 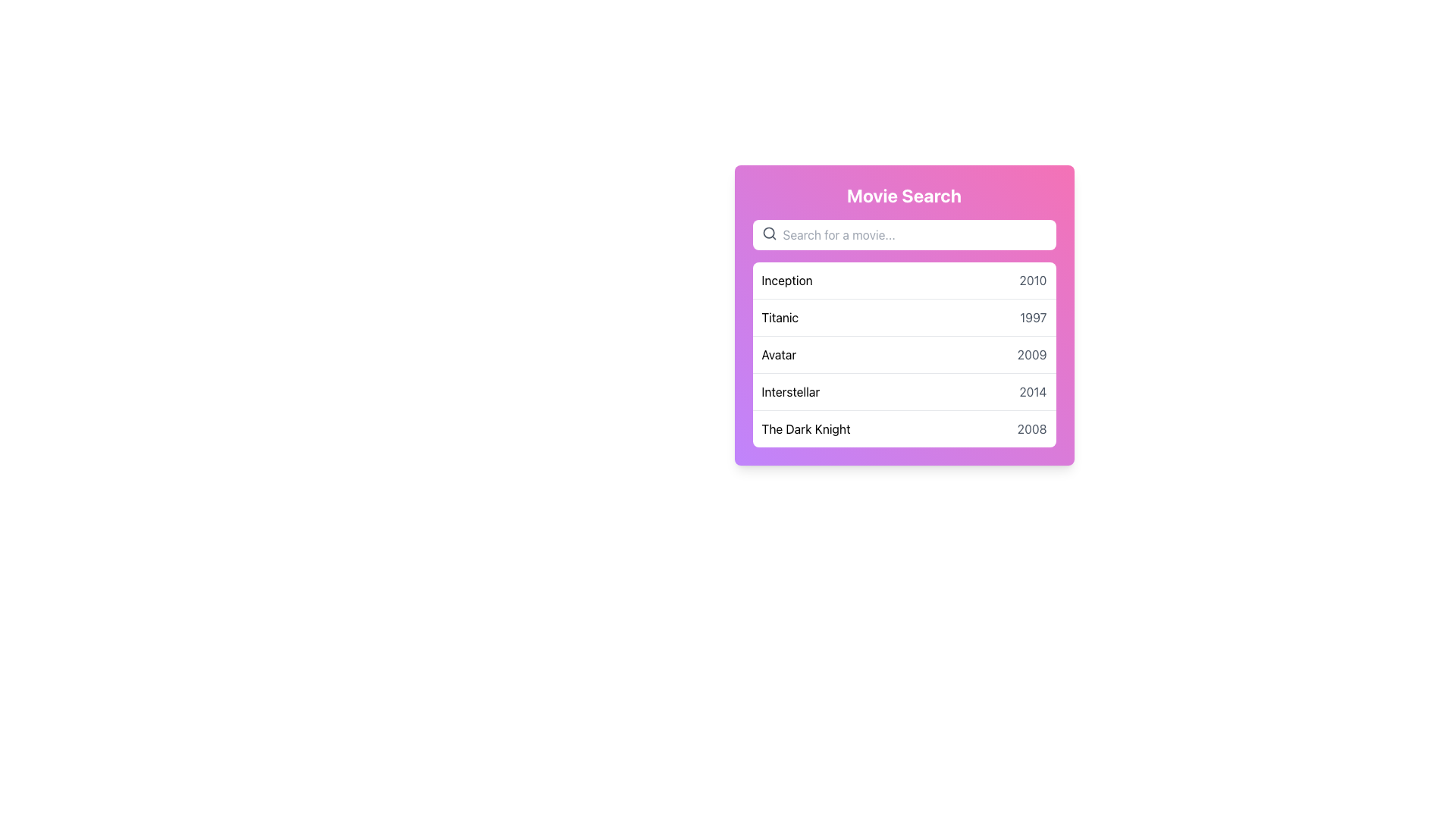 What do you see at coordinates (1032, 391) in the screenshot?
I see `the numeric text label '2014' styled in gray color, which is located to the right of the list item labeled 'Interstellar' in the movie search results` at bounding box center [1032, 391].